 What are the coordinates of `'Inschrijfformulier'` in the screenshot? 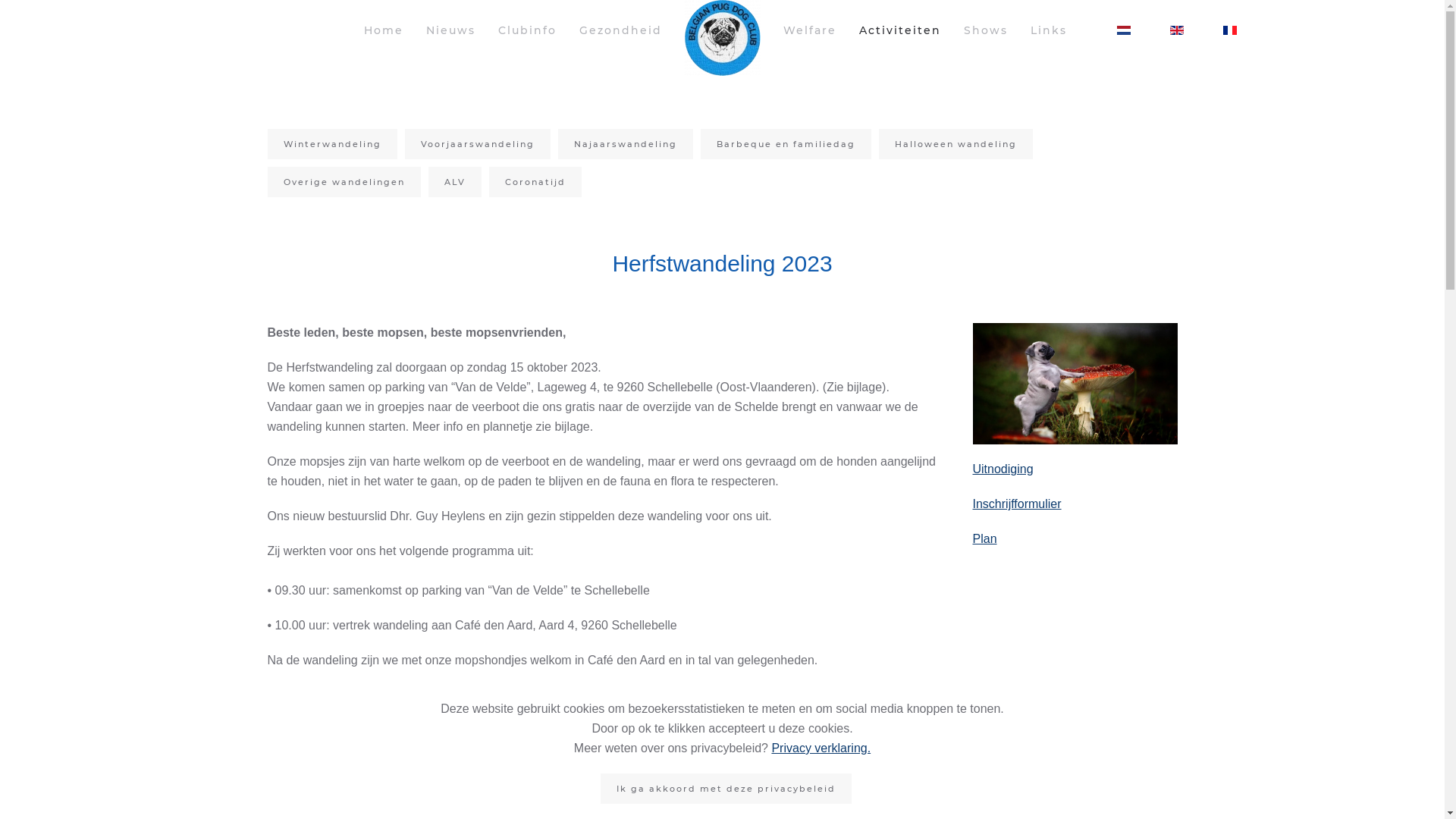 It's located at (1016, 504).